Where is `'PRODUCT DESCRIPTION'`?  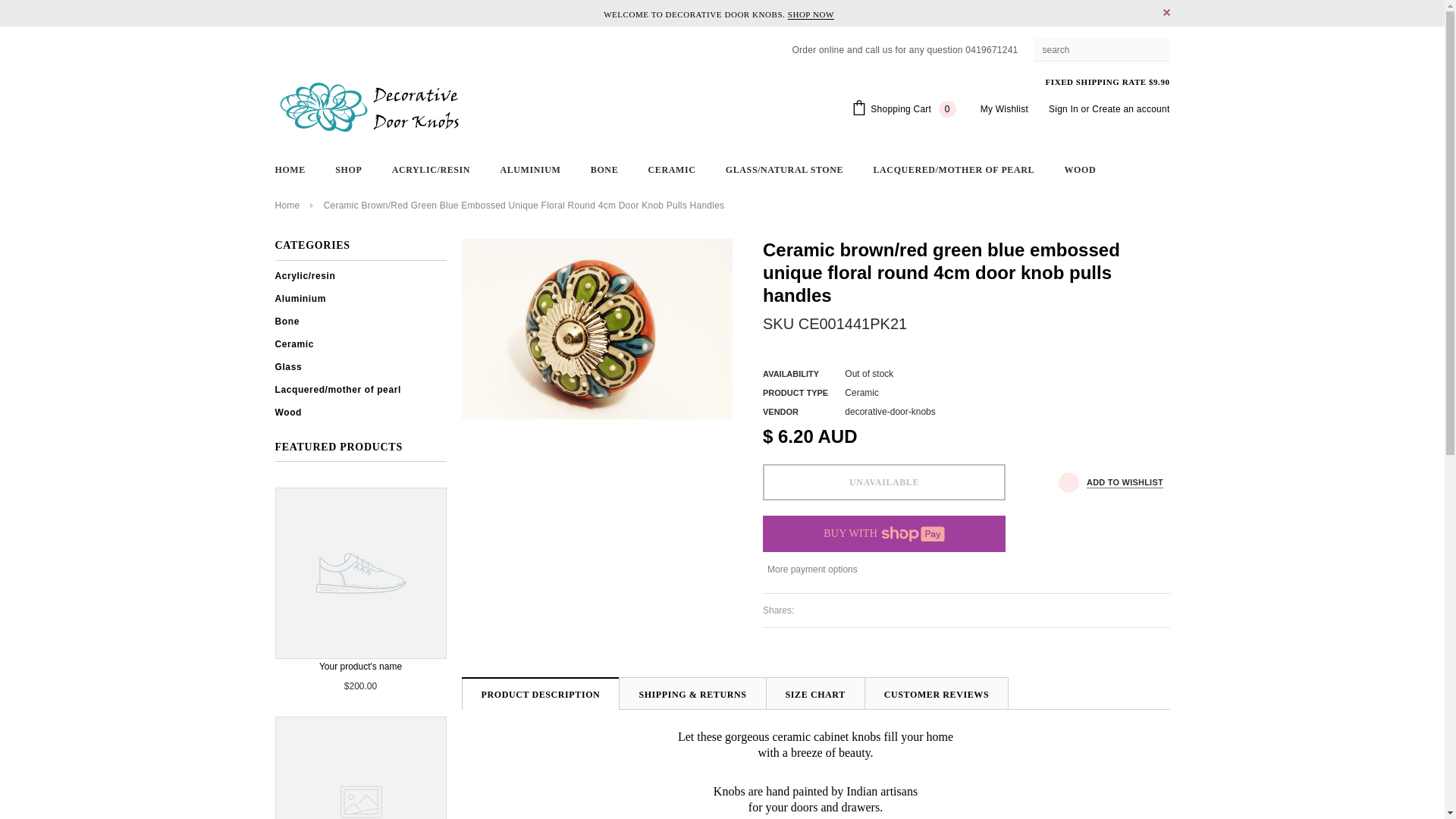
'PRODUCT DESCRIPTION' is located at coordinates (460, 694).